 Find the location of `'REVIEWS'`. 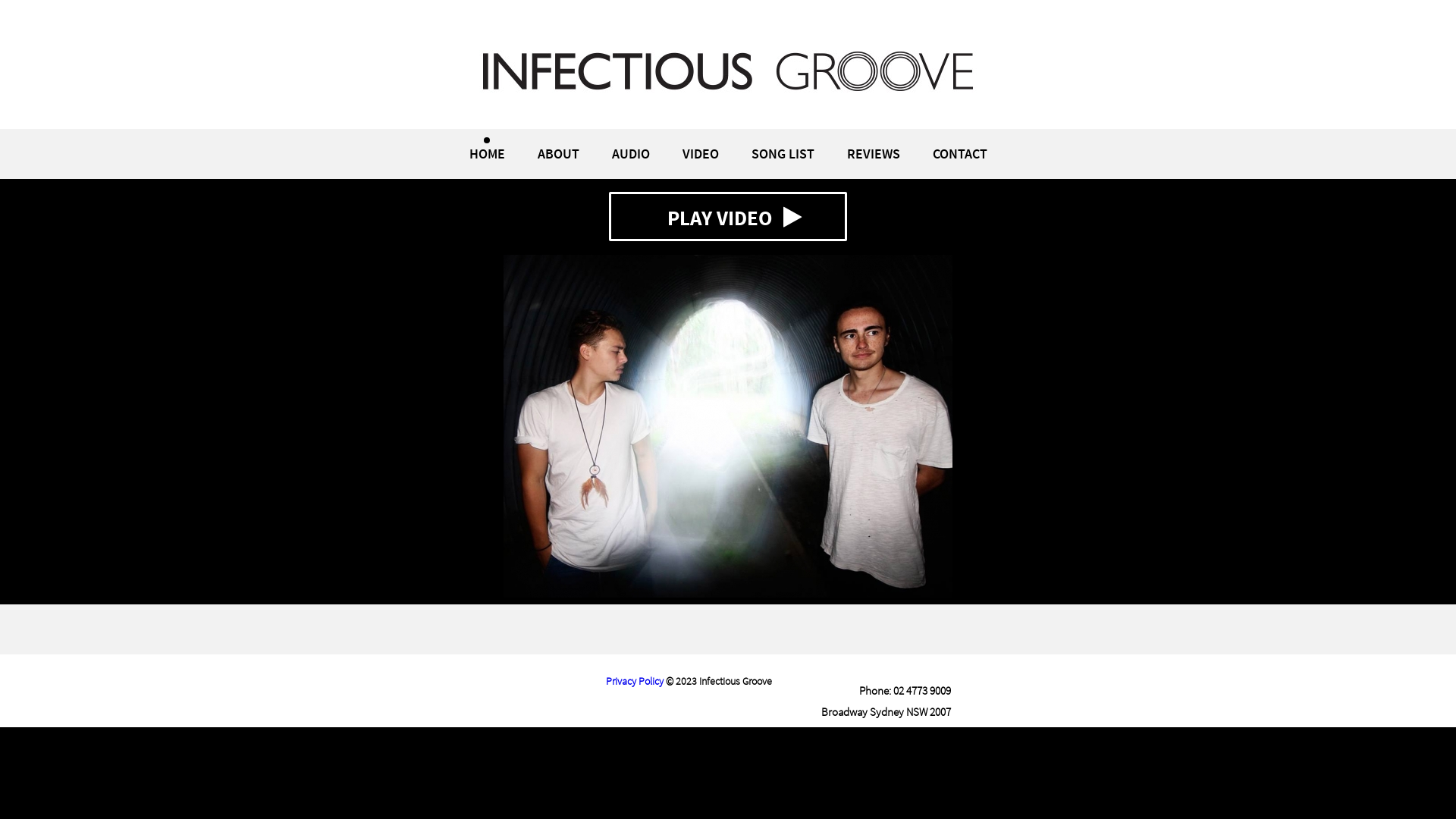

'REVIEWS' is located at coordinates (873, 153).